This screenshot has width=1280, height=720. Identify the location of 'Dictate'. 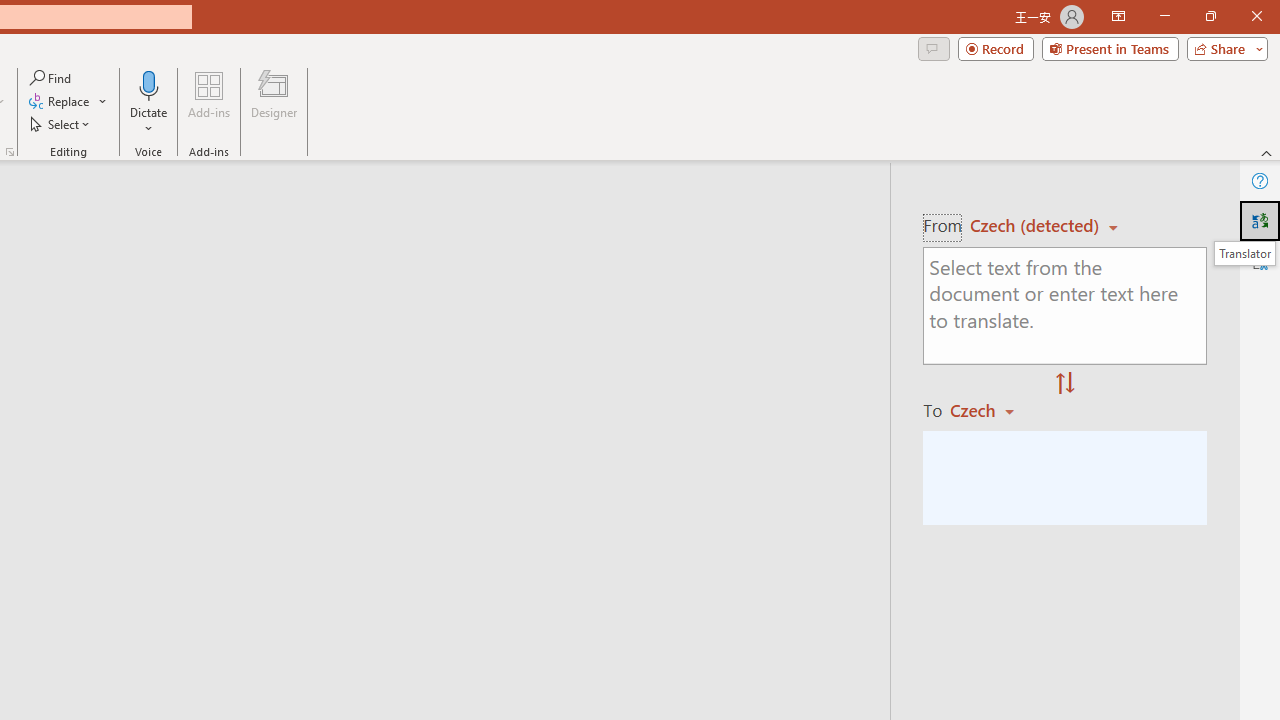
(148, 84).